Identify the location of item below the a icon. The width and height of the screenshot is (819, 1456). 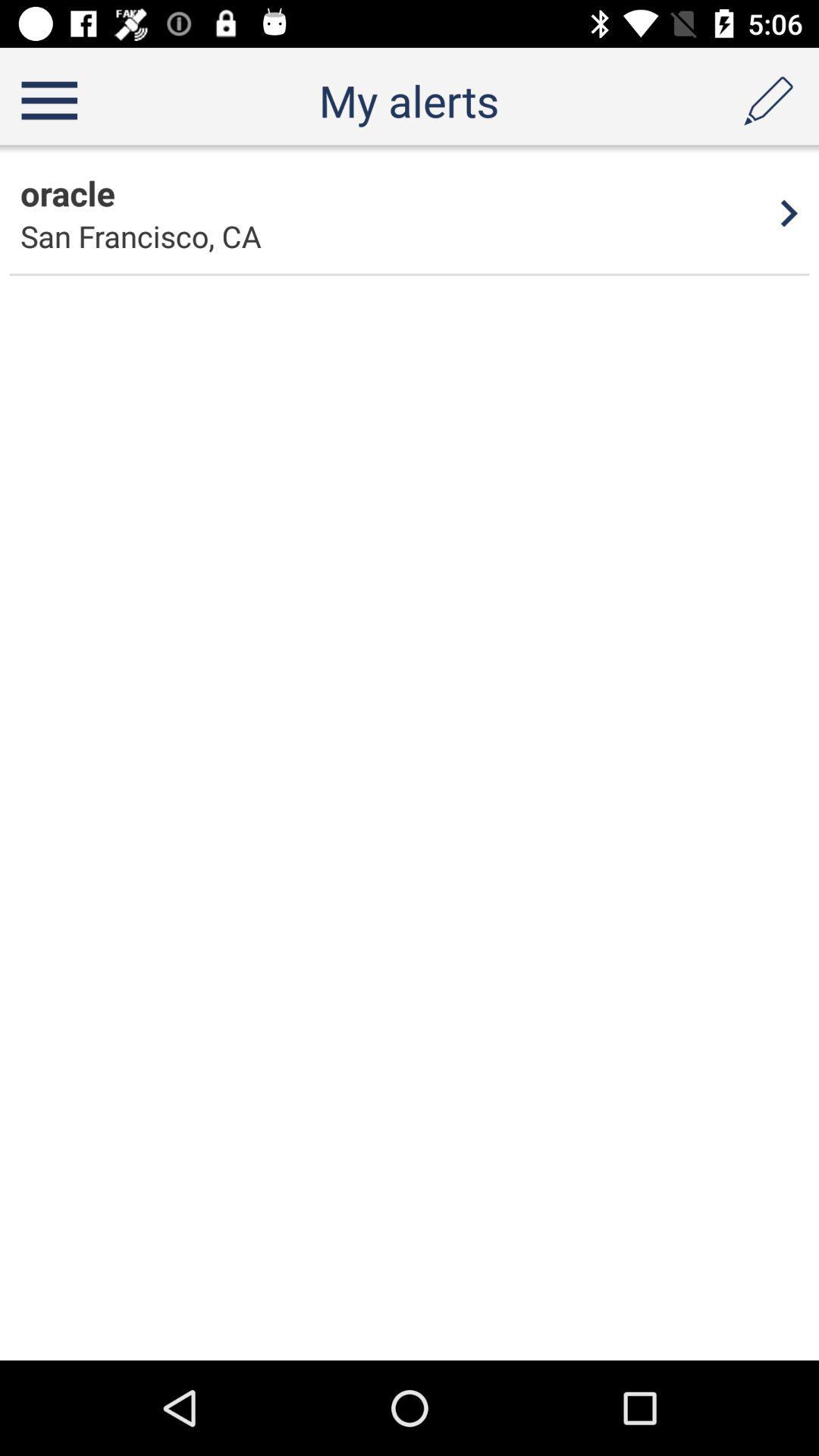
(789, 212).